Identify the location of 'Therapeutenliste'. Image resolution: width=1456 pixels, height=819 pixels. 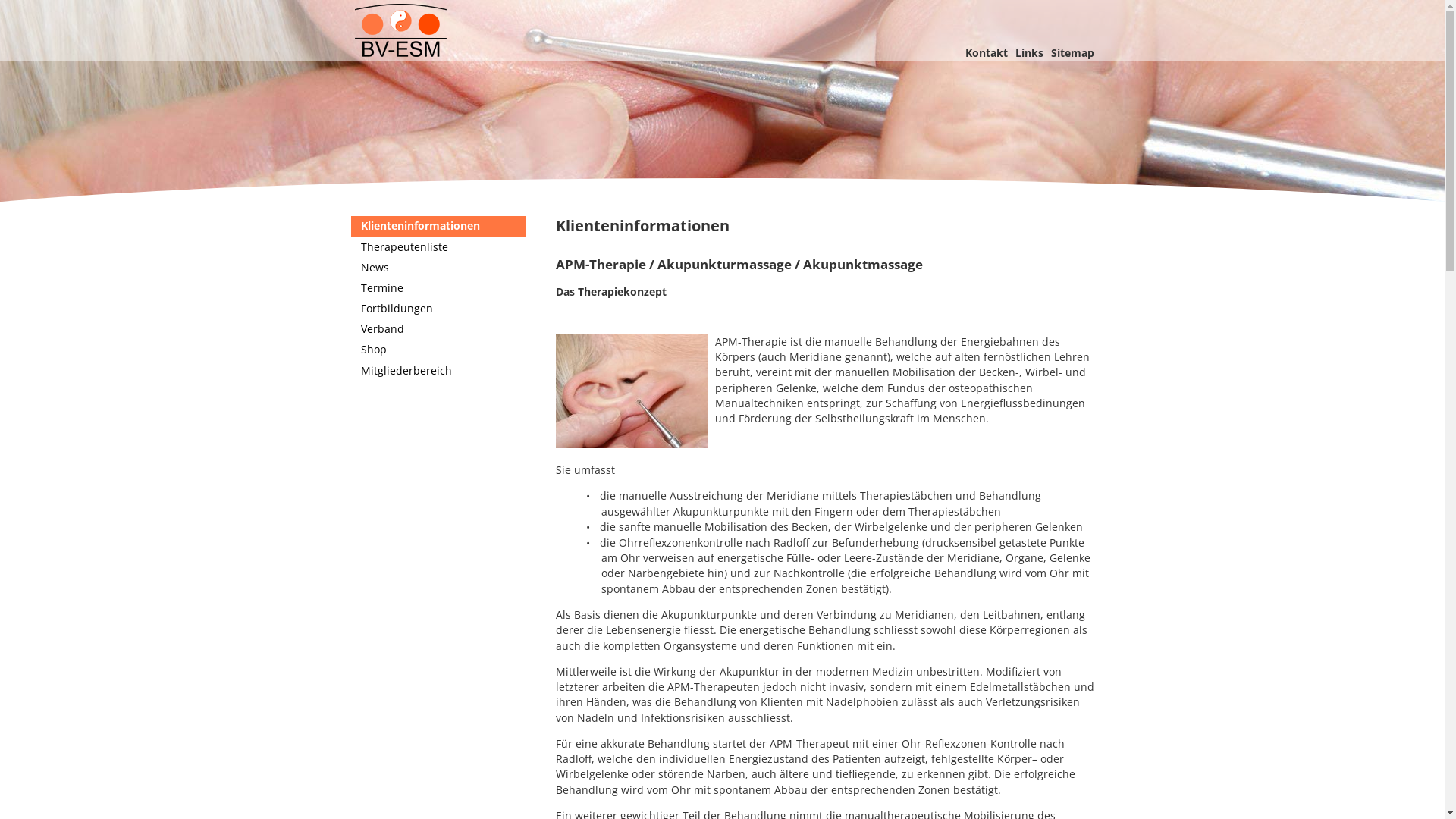
(349, 246).